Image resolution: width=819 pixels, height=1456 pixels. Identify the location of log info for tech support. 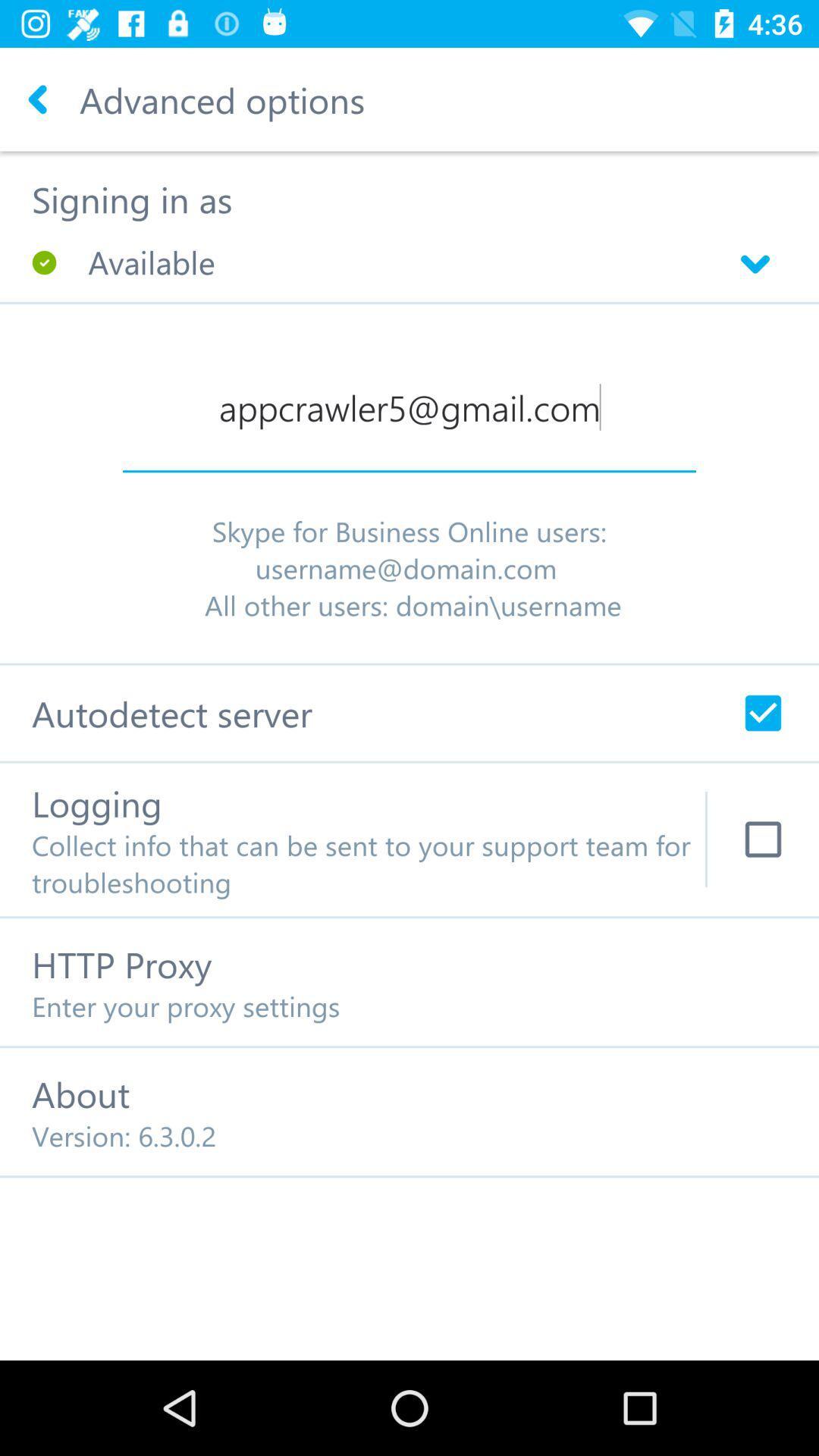
(763, 839).